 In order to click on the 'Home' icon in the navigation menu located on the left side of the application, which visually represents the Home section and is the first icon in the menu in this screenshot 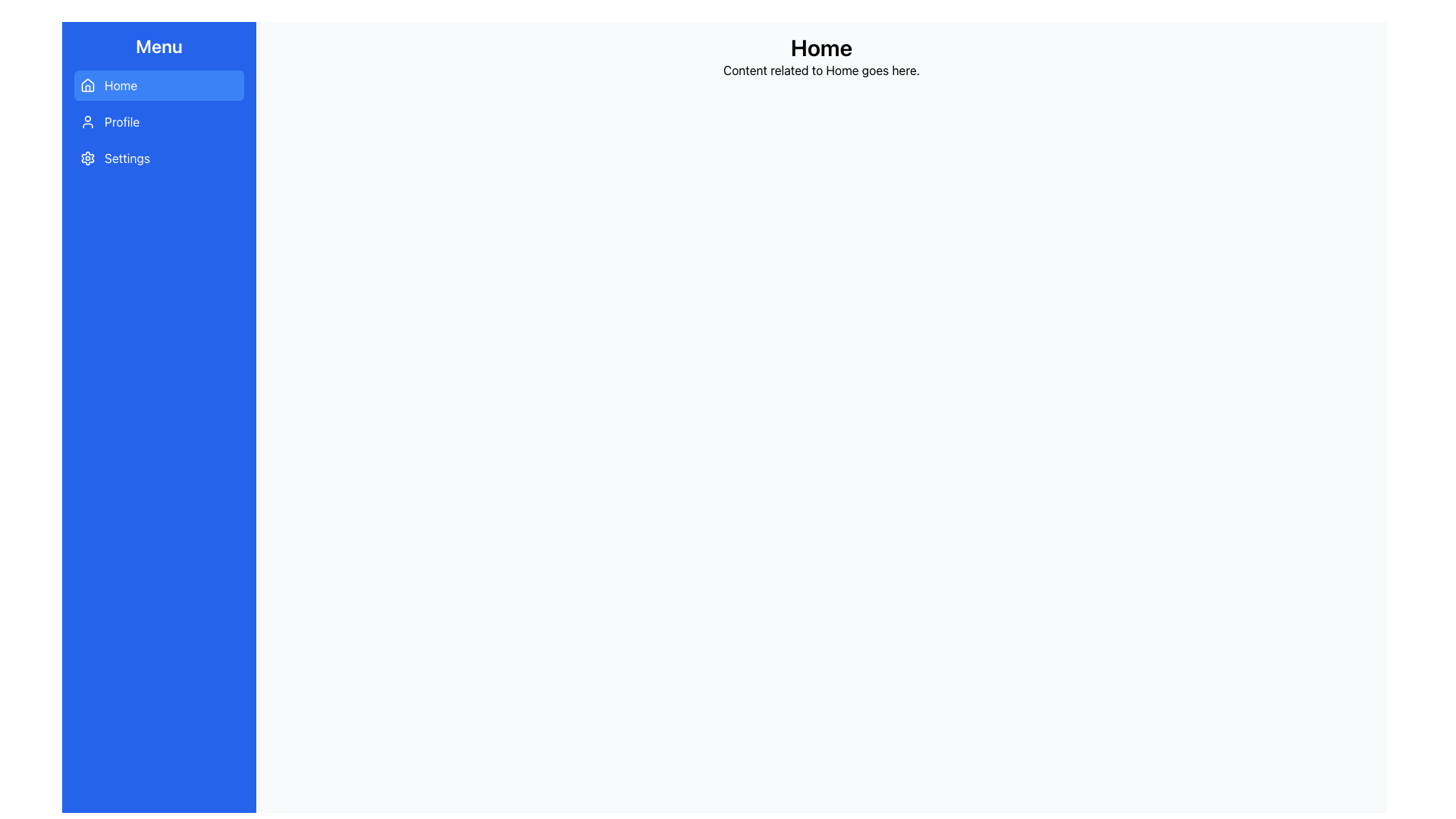, I will do `click(86, 84)`.